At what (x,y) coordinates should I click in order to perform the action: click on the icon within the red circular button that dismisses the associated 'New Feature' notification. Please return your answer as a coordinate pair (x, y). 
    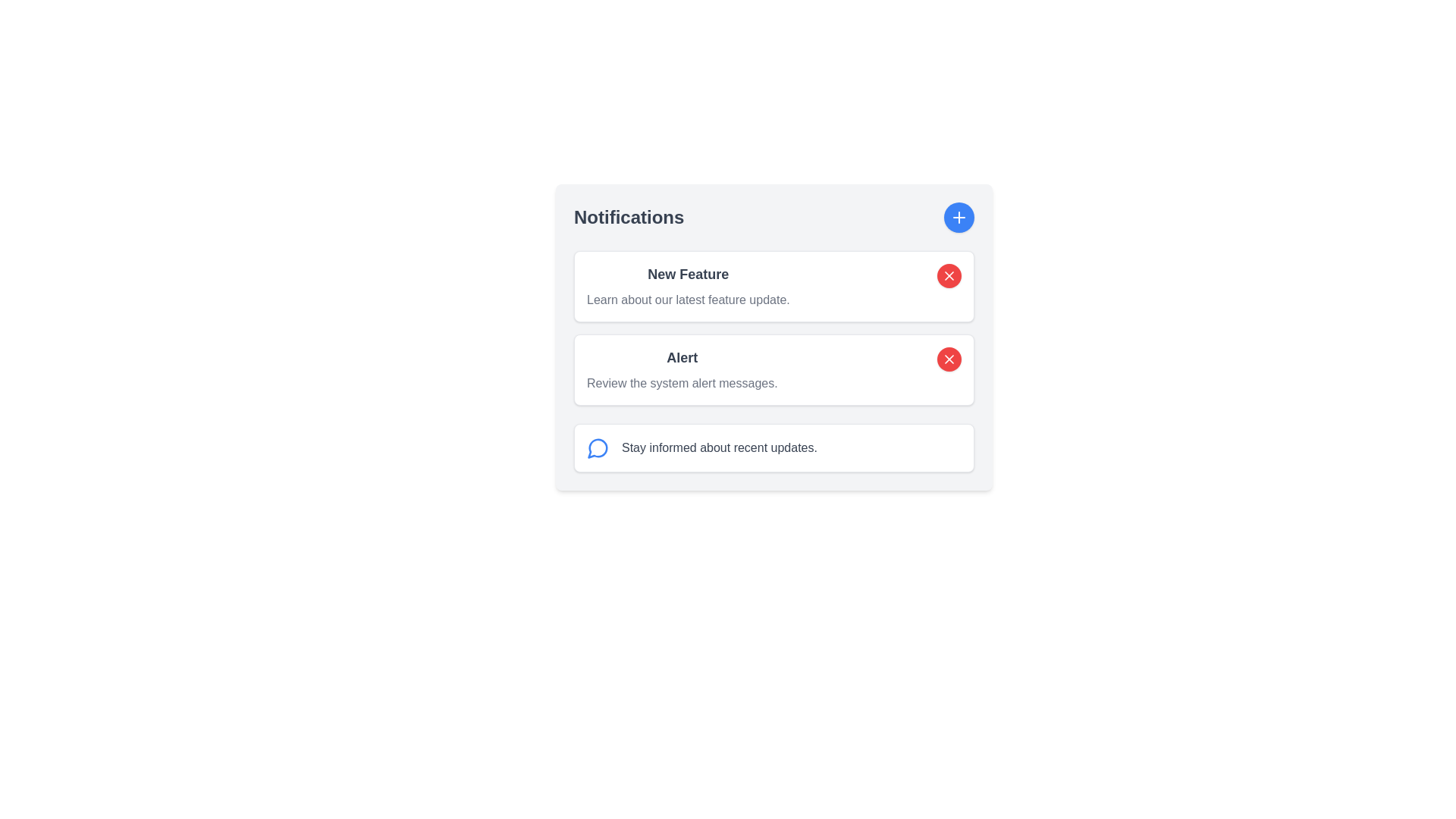
    Looking at the image, I should click on (949, 275).